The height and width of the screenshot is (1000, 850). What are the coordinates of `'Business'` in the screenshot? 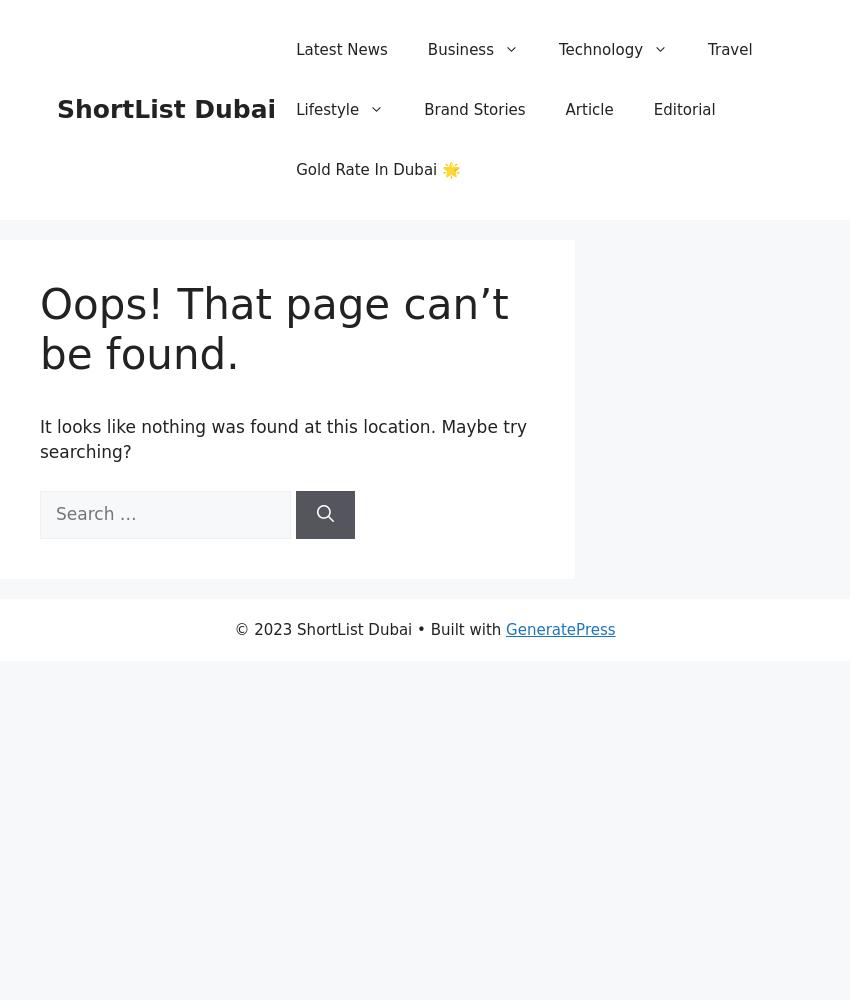 It's located at (459, 50).